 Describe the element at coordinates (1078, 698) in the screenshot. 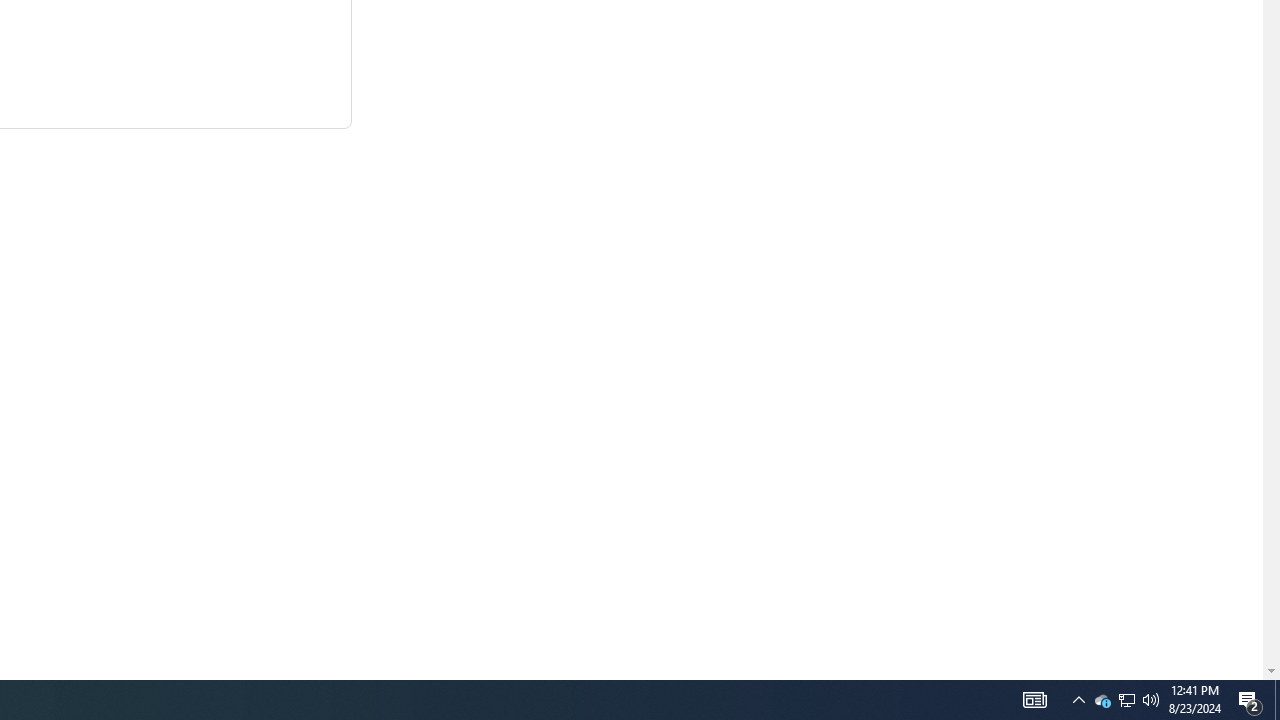

I see `'AutomationID: 4105'` at that location.